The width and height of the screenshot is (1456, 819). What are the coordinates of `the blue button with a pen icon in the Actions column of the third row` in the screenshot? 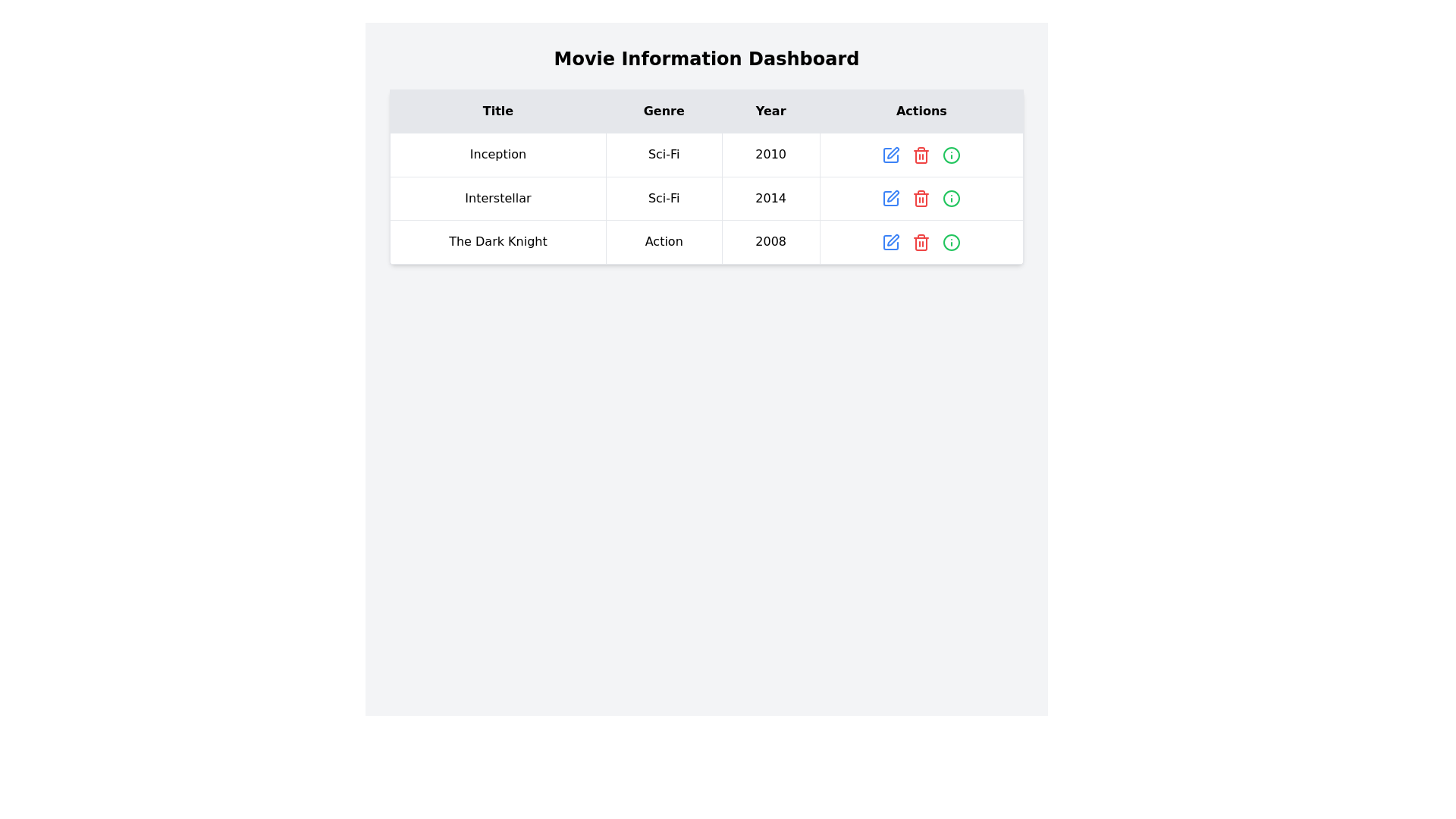 It's located at (891, 241).